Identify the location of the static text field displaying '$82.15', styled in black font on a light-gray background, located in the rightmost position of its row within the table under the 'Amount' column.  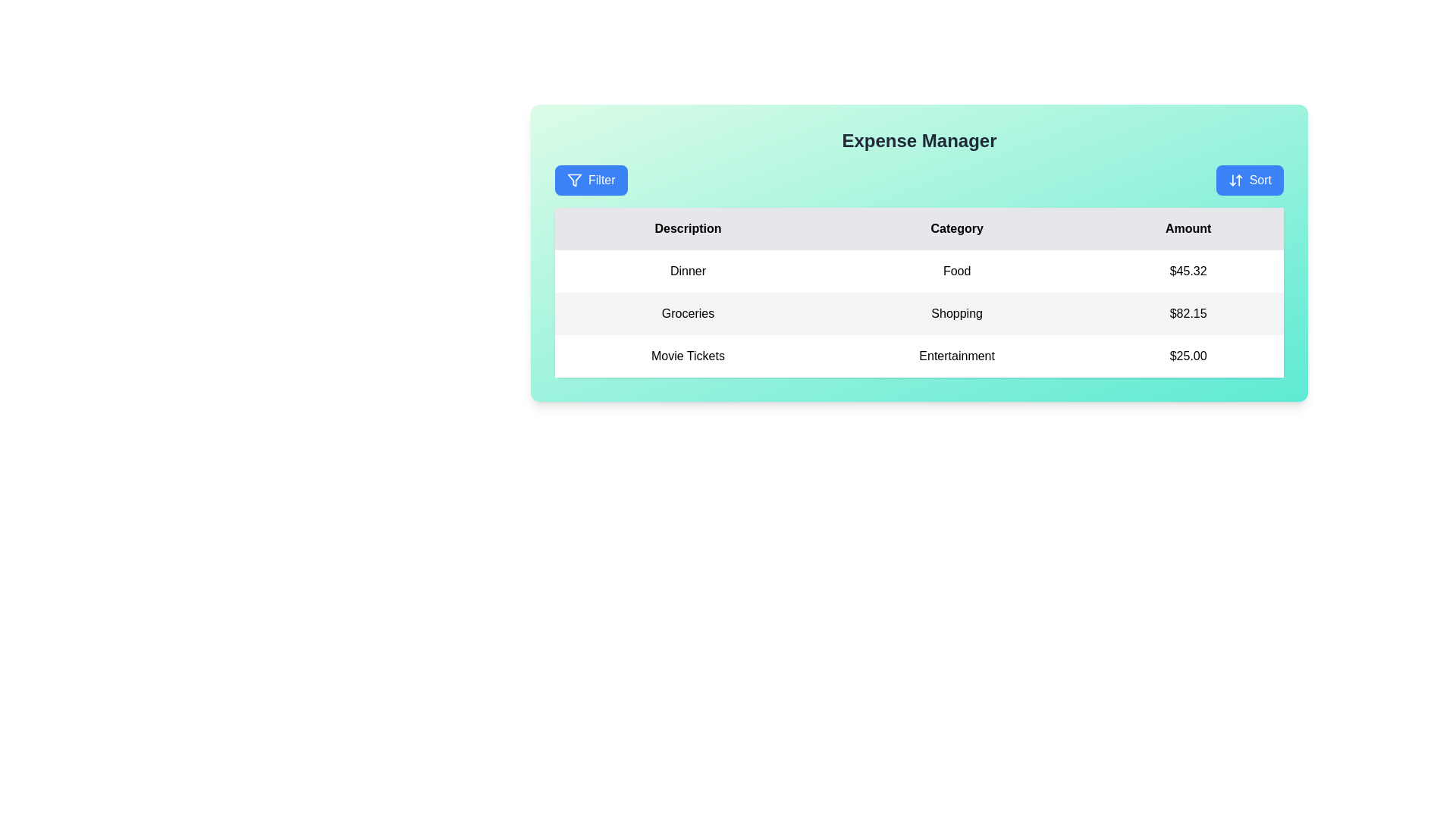
(1188, 312).